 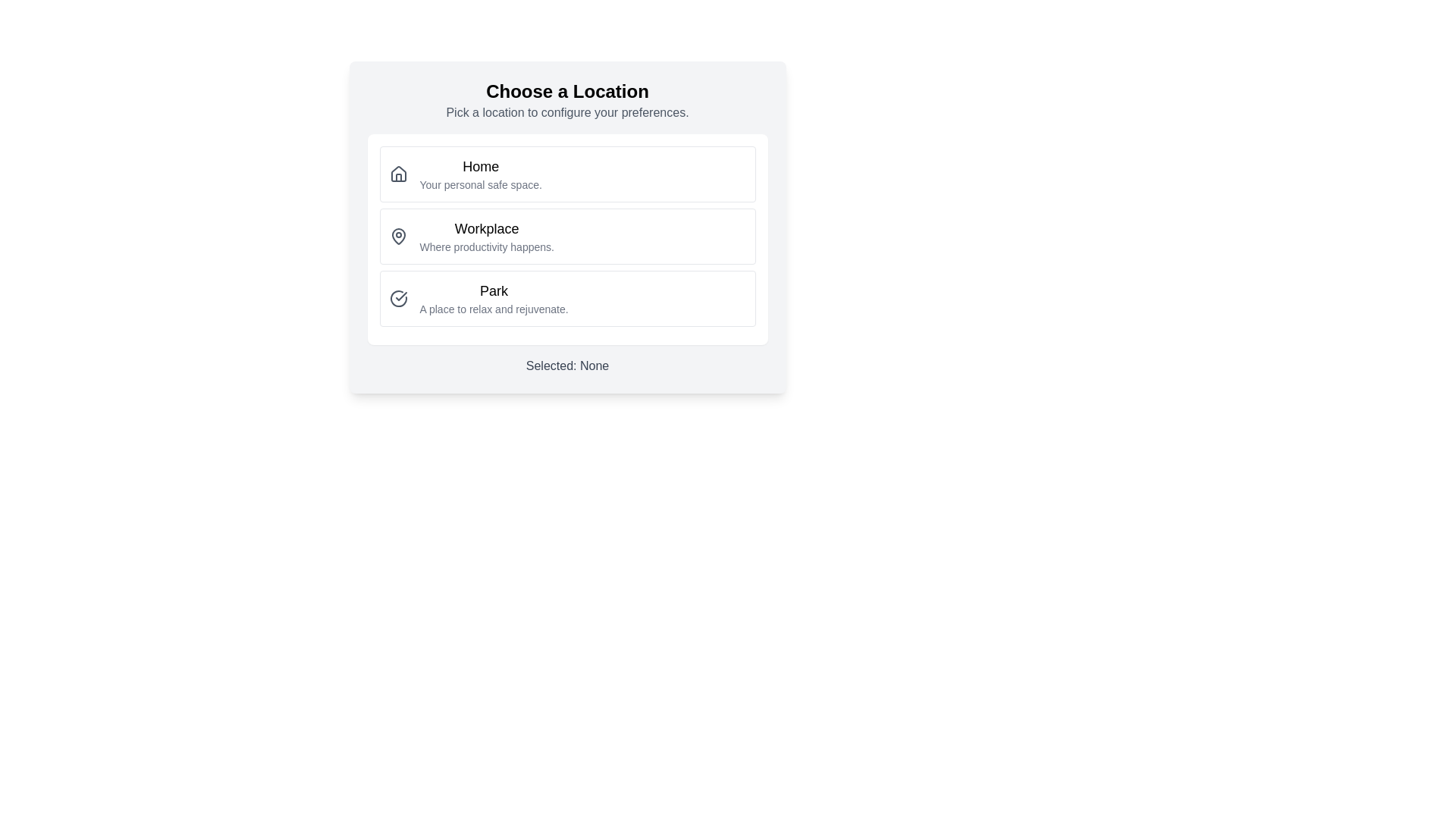 What do you see at coordinates (398, 298) in the screenshot?
I see `the gray checkmark icon inside a circle located to the far left of the 'Park' list item` at bounding box center [398, 298].